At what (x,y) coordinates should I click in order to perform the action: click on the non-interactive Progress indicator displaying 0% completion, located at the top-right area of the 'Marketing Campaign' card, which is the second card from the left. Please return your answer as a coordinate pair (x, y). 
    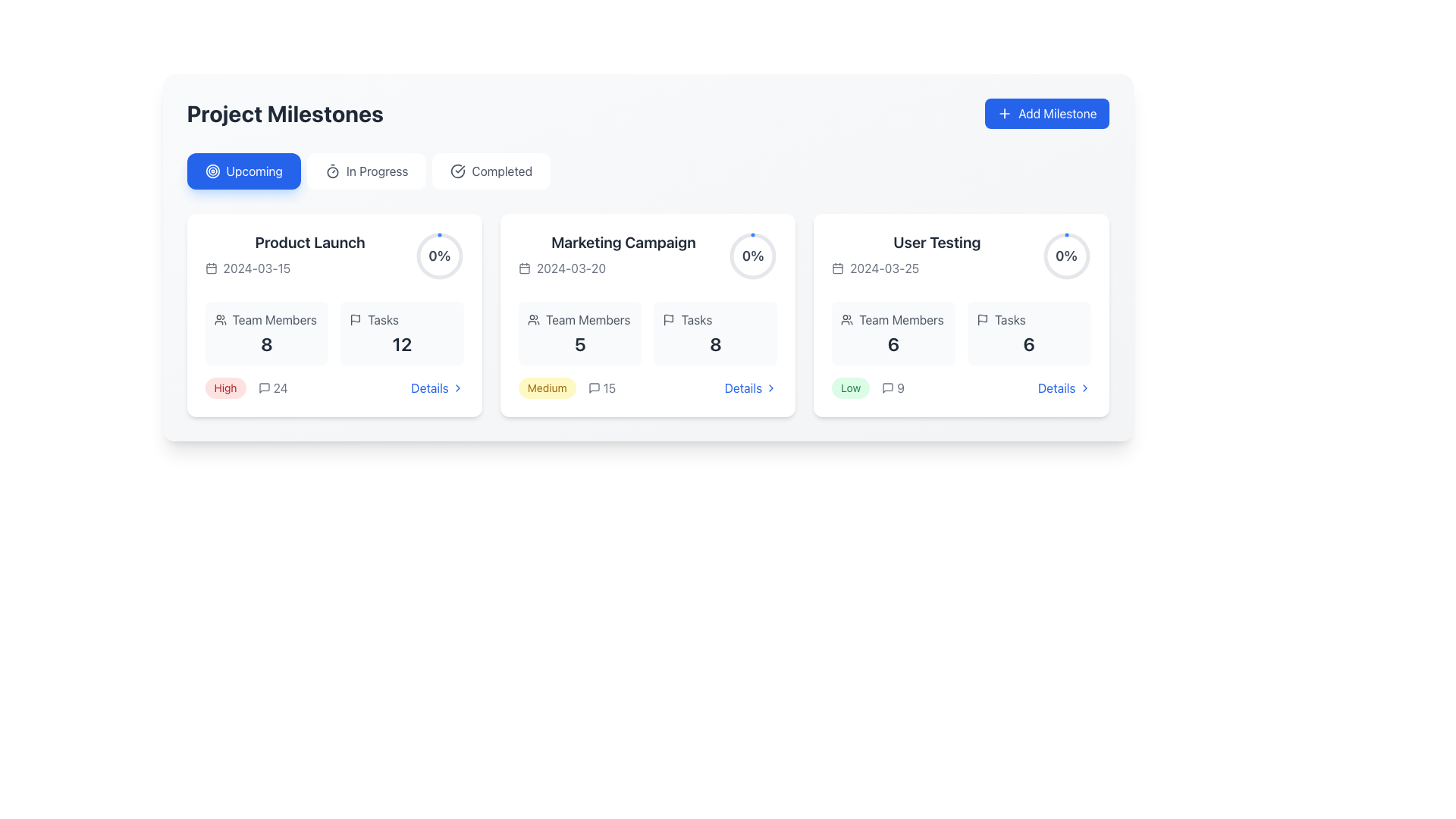
    Looking at the image, I should click on (753, 256).